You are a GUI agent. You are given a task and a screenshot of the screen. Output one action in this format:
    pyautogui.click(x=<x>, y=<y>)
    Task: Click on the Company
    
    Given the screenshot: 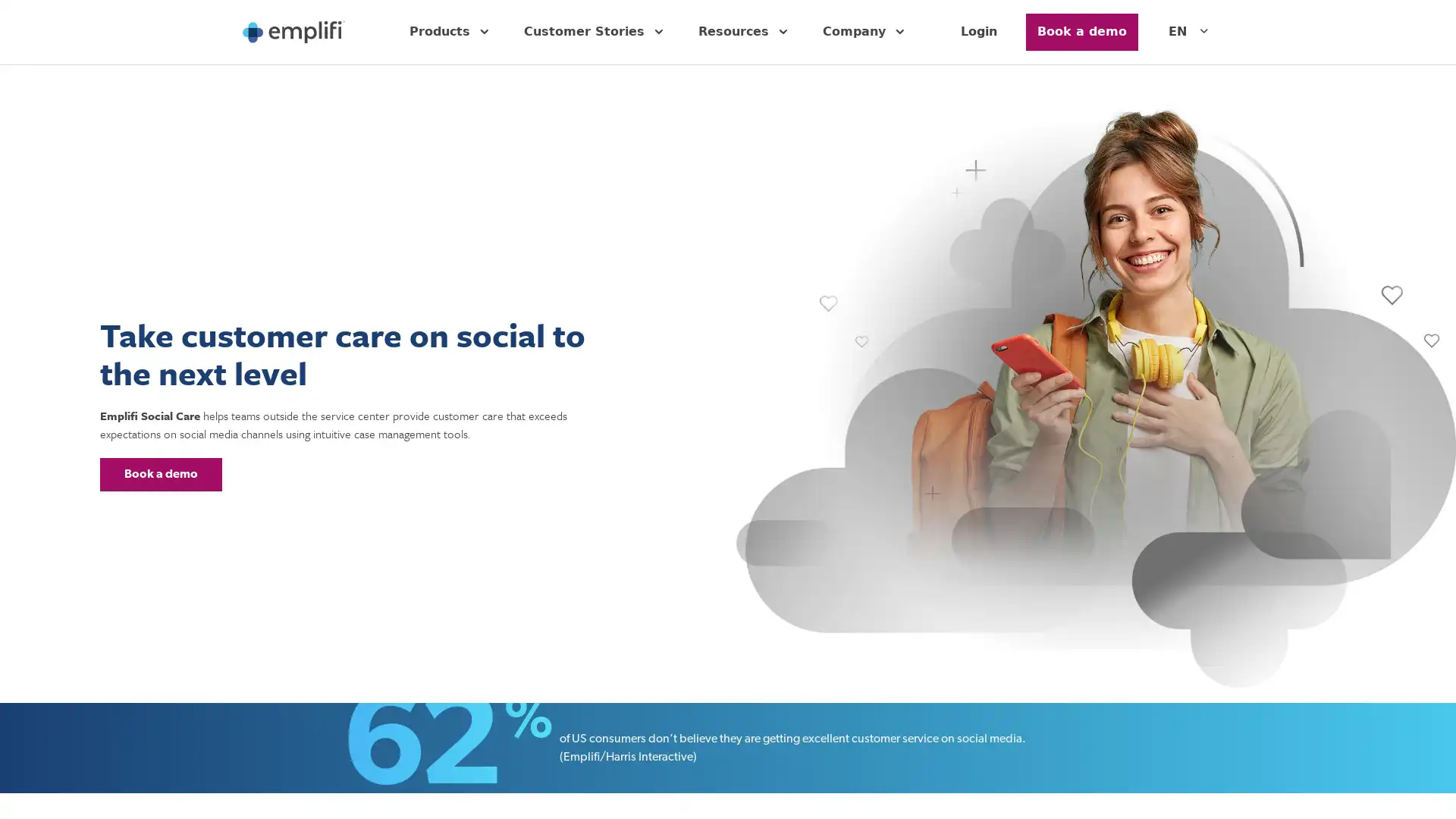 What is the action you would take?
    pyautogui.click(x=866, y=32)
    